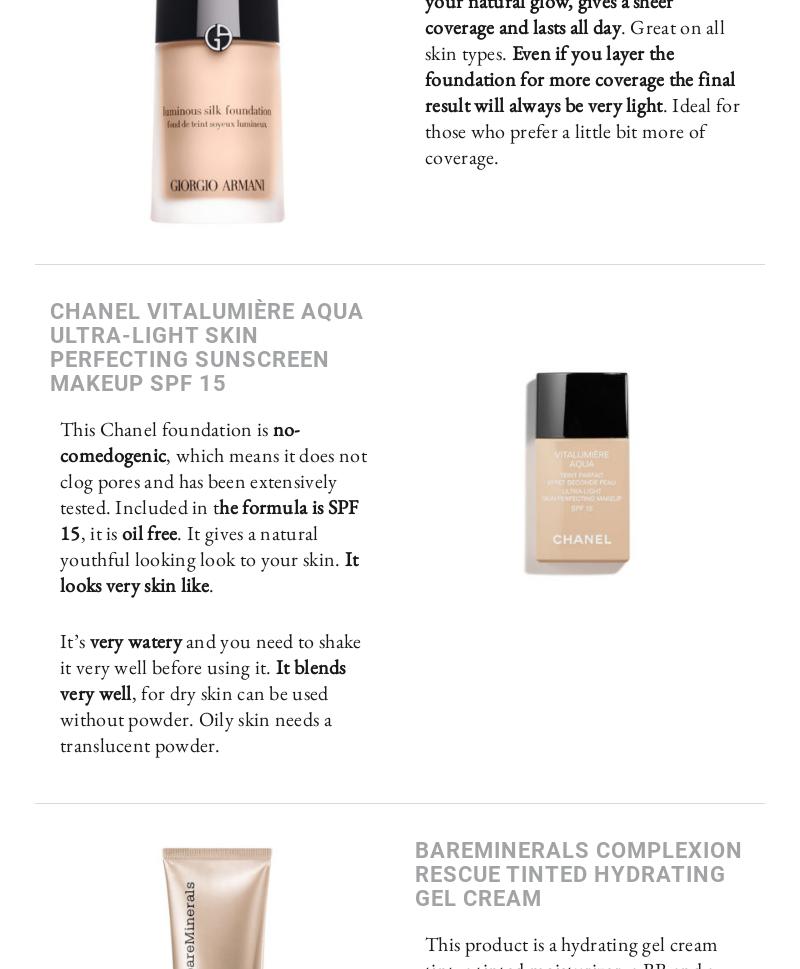 The image size is (800, 969). I want to click on 'and you need to shake it very well before using it.', so click(210, 653).